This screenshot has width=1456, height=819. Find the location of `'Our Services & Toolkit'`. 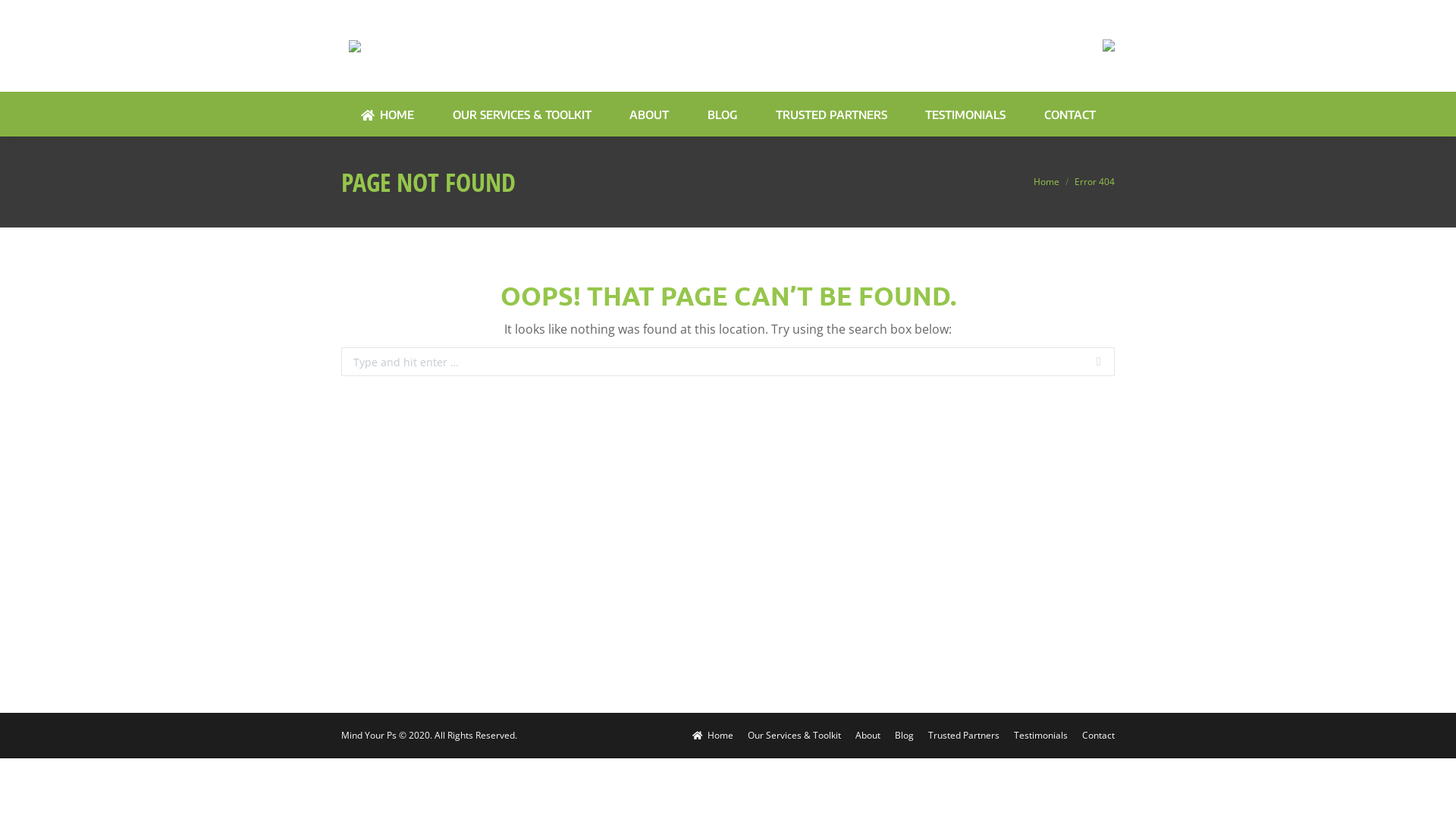

'Our Services & Toolkit' is located at coordinates (793, 734).